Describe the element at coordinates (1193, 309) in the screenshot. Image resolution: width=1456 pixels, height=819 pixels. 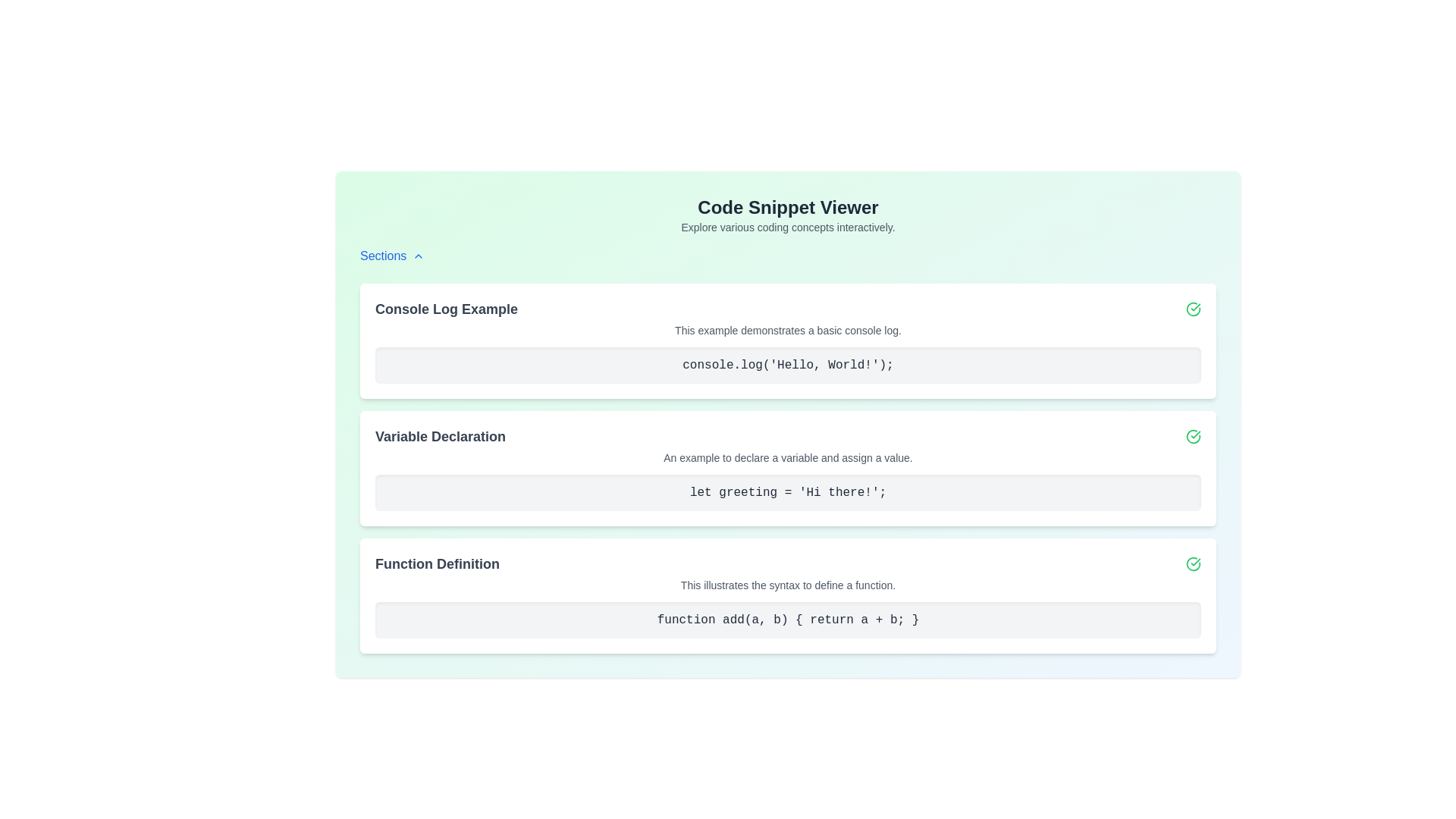
I see `the circular green checkmark icon that indicates a successful status, located to the far right of the row displaying 'Console Log Example'` at that location.